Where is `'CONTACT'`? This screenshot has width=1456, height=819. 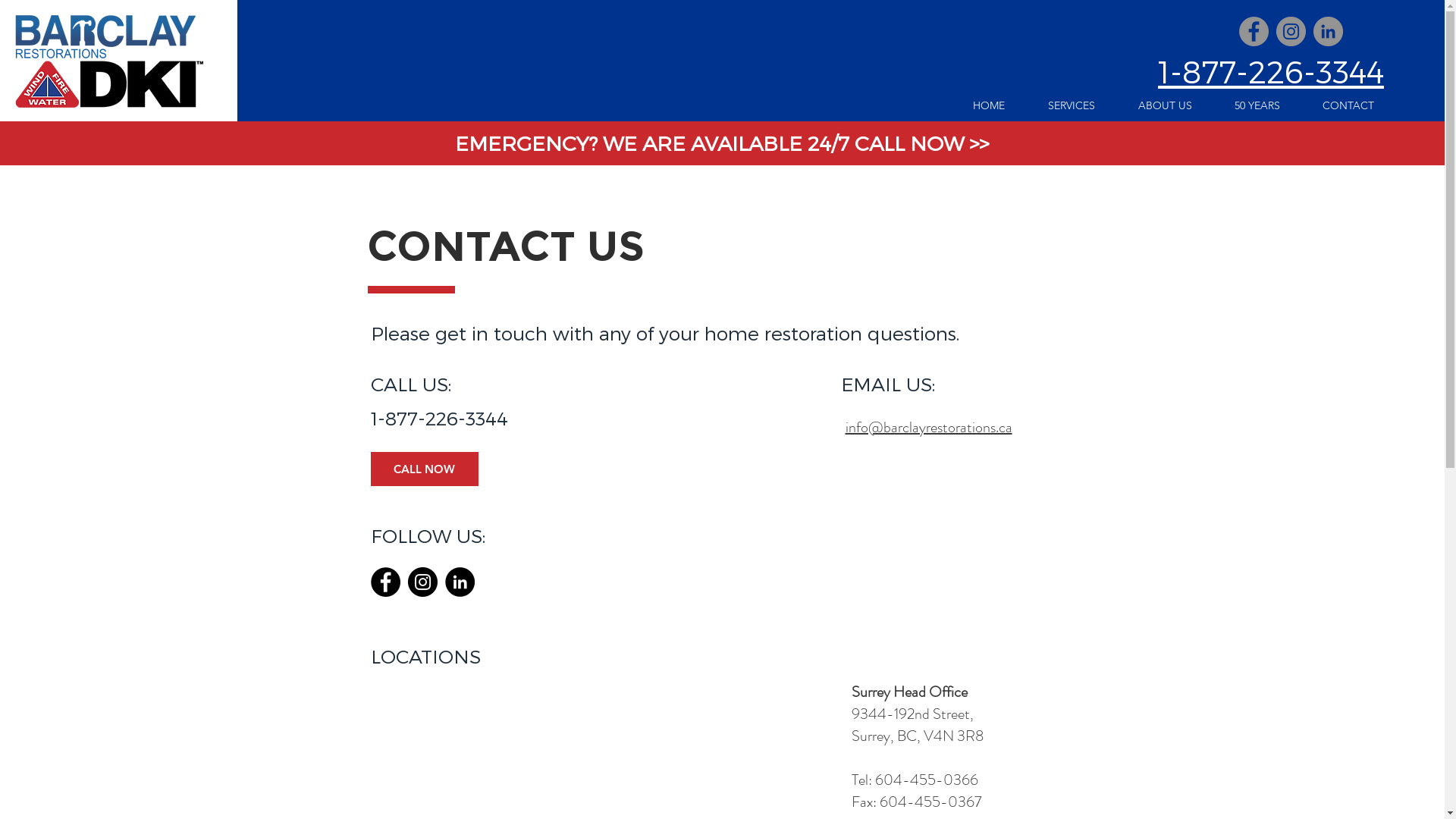 'CONTACT' is located at coordinates (1301, 105).